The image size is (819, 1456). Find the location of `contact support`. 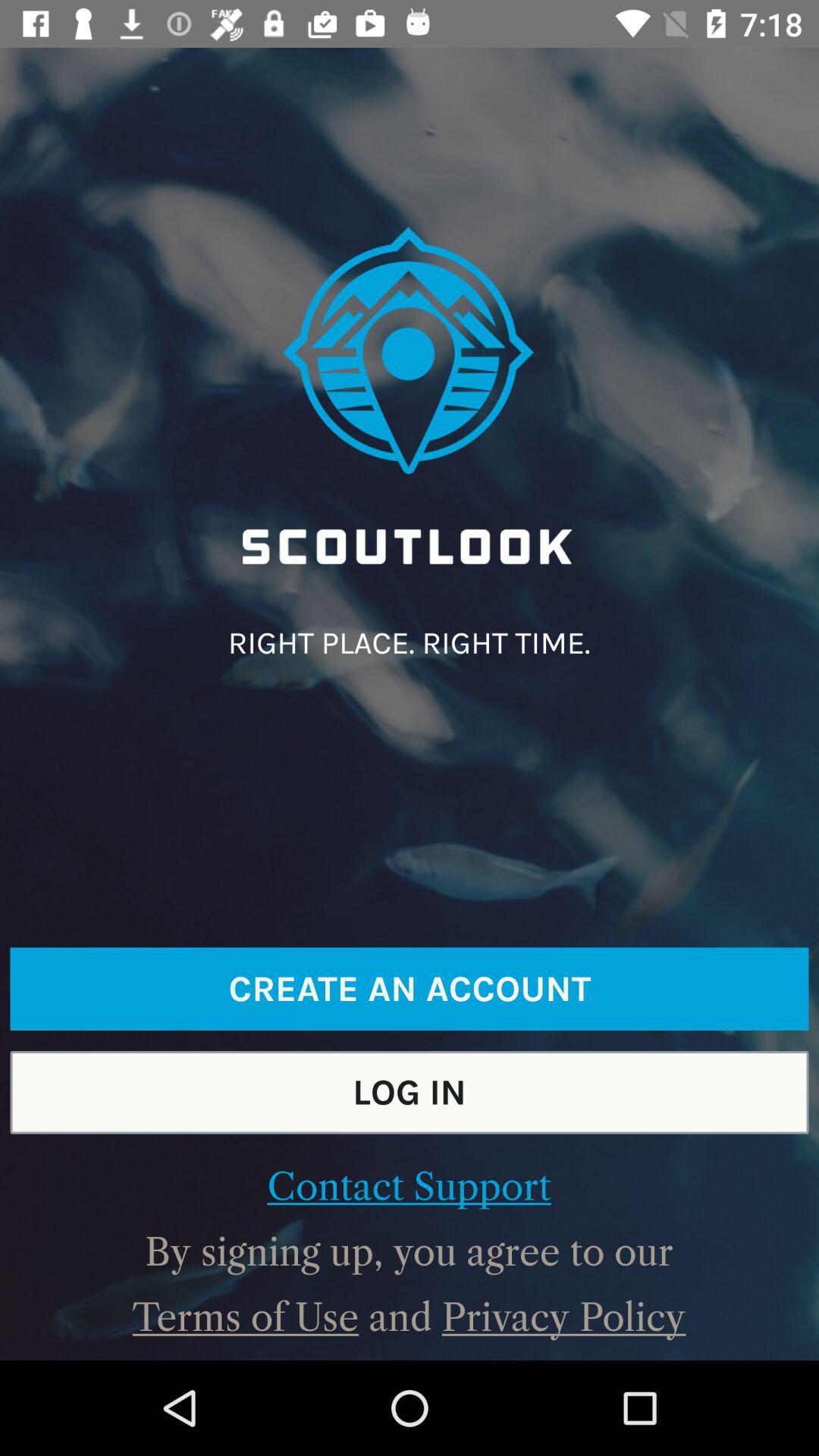

contact support is located at coordinates (408, 1186).